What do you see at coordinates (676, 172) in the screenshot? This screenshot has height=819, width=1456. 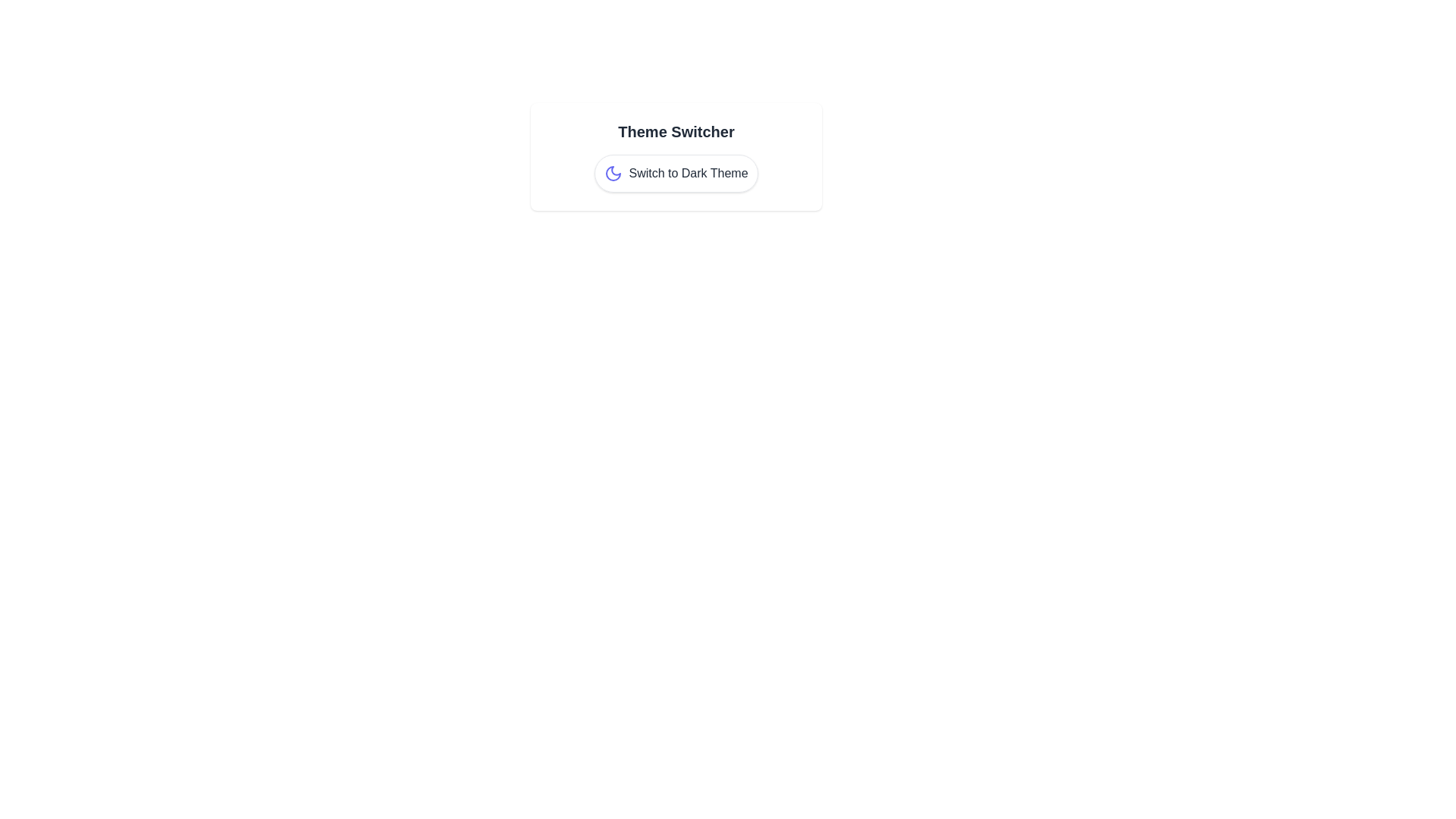 I see `center of the theme toggle button to switch themes` at bounding box center [676, 172].